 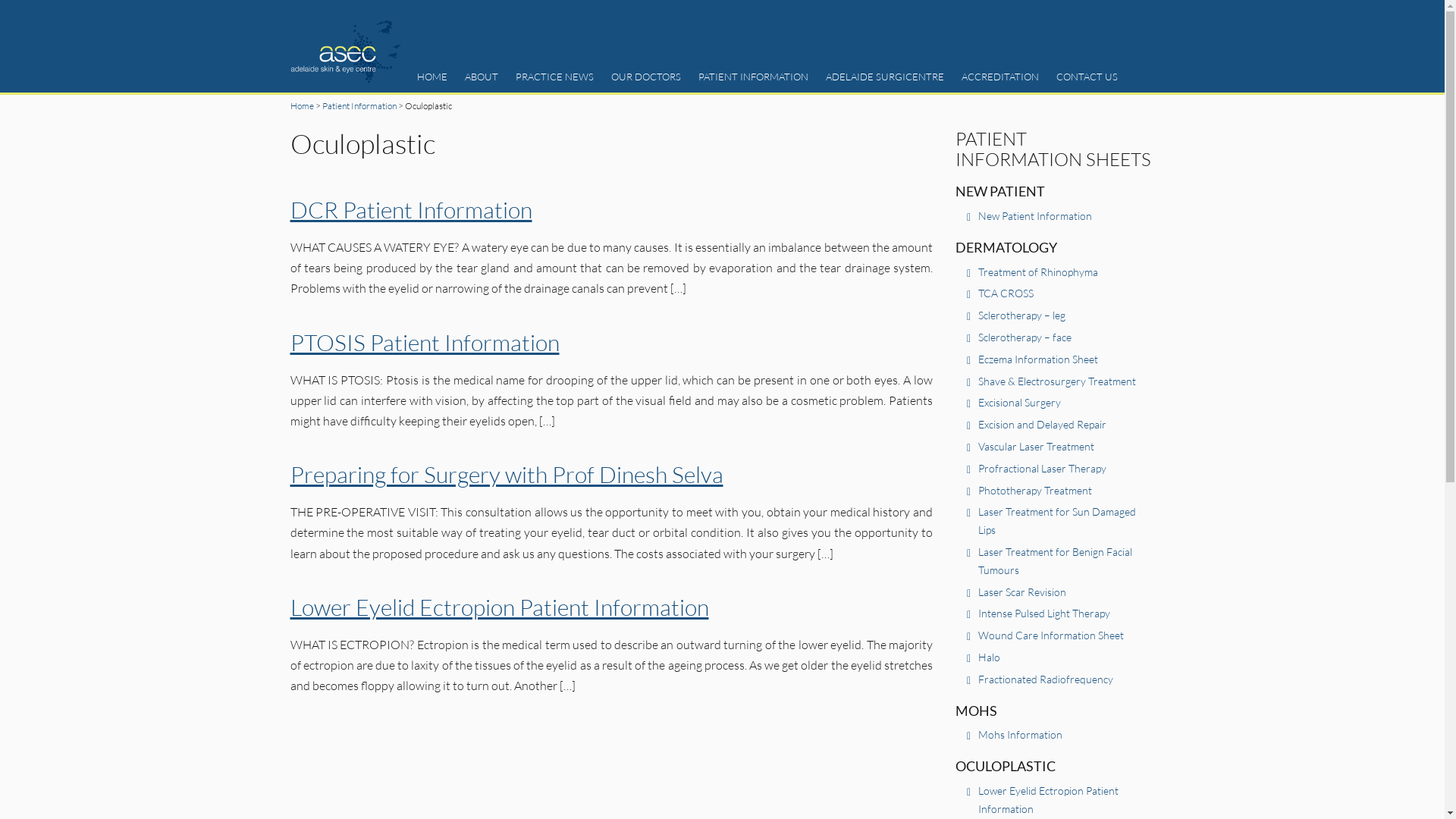 What do you see at coordinates (1050, 635) in the screenshot?
I see `'Wound Care Information Sheet'` at bounding box center [1050, 635].